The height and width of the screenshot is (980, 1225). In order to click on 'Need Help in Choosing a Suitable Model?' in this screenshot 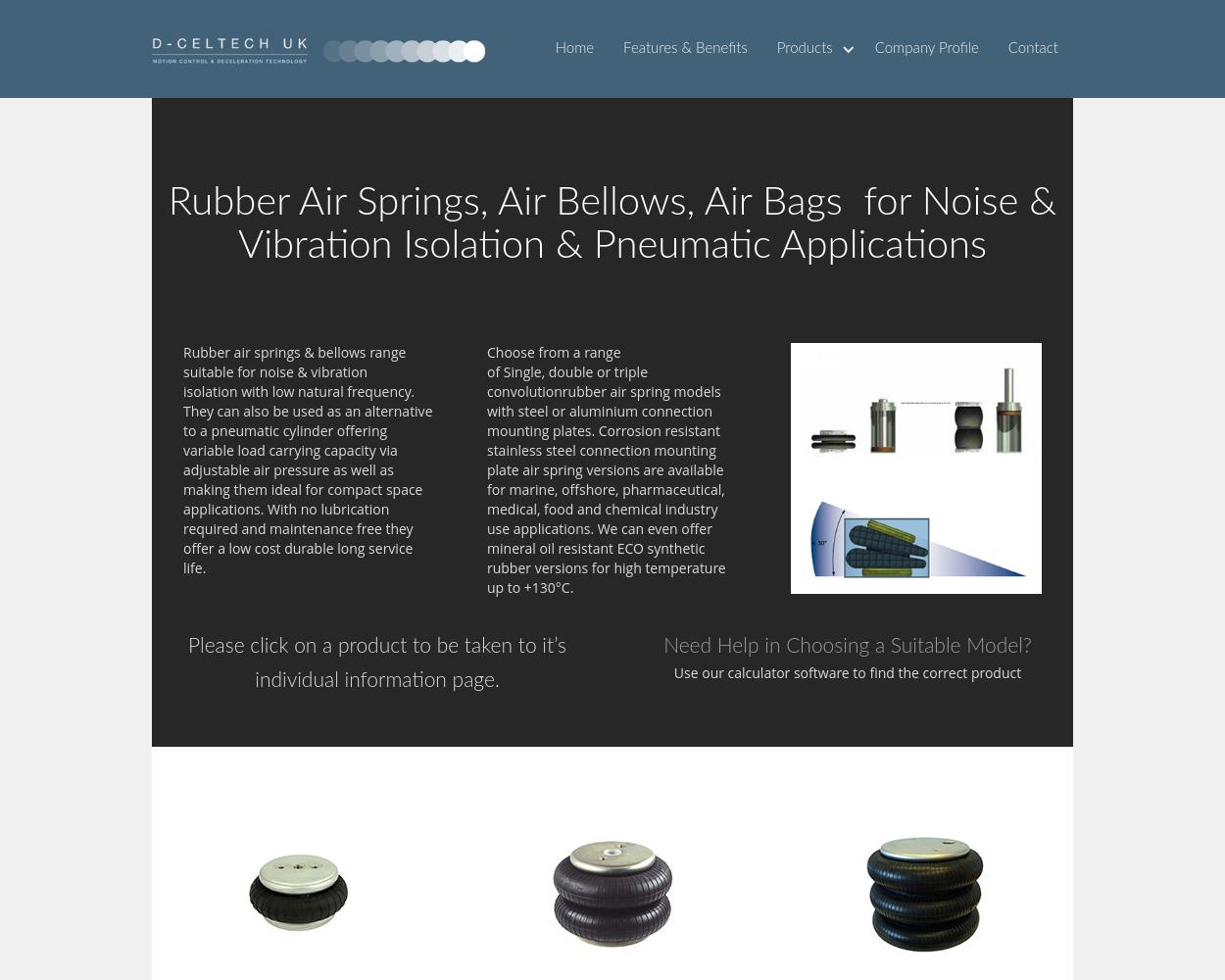, I will do `click(846, 646)`.